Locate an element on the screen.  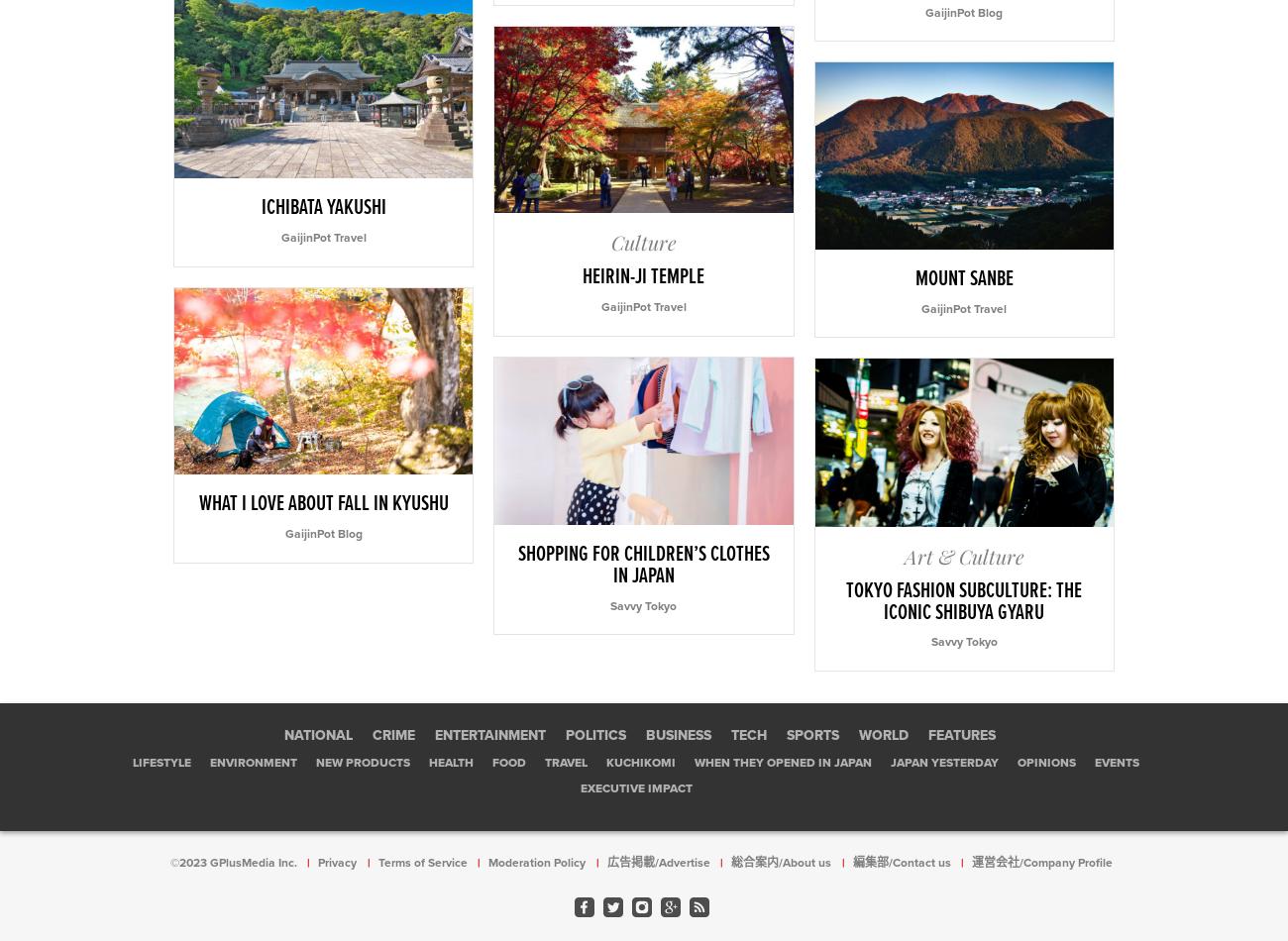
'Privacy' is located at coordinates (336, 861).